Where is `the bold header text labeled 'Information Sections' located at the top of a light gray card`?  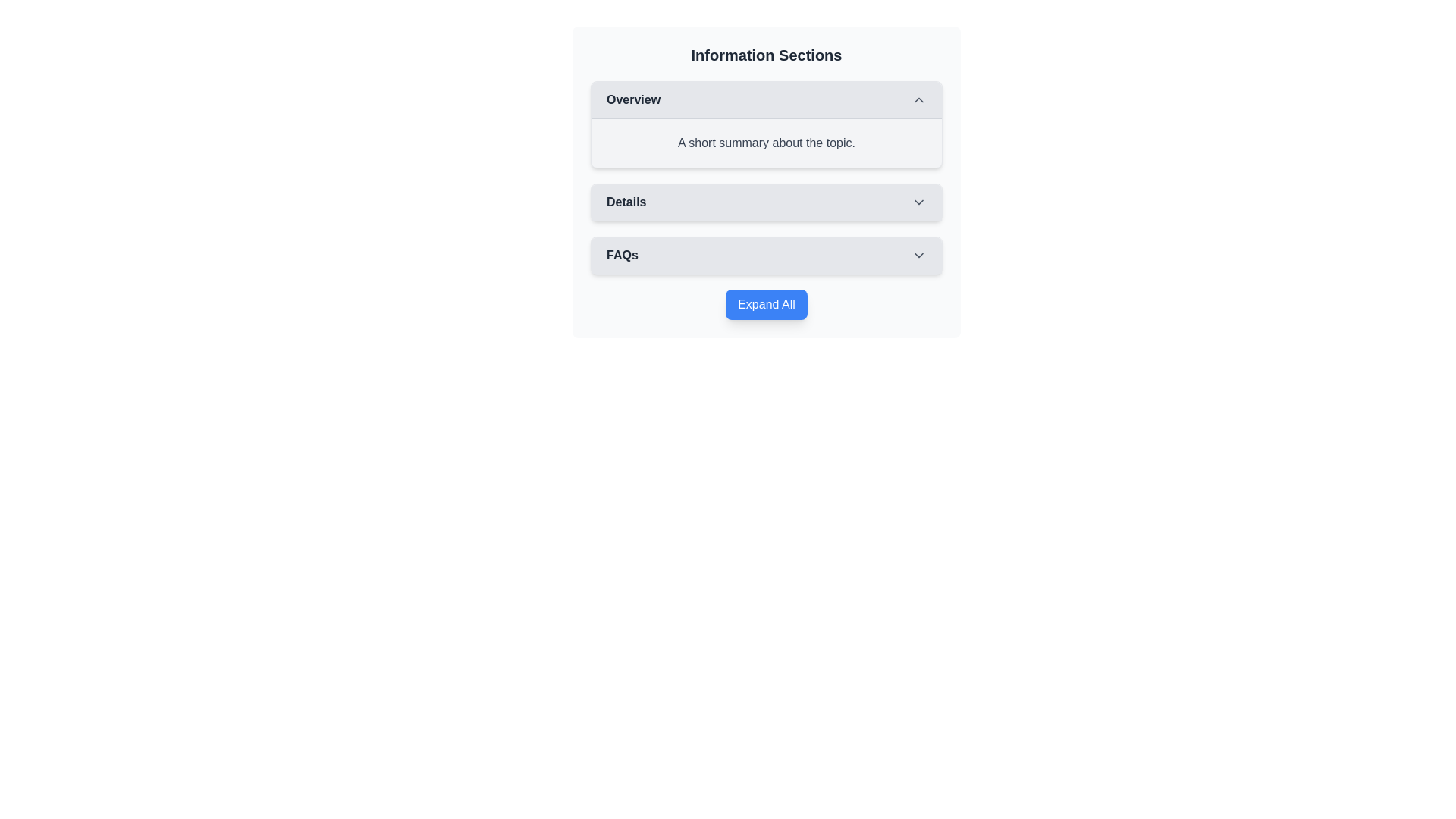 the bold header text labeled 'Information Sections' located at the top of a light gray card is located at coordinates (767, 55).